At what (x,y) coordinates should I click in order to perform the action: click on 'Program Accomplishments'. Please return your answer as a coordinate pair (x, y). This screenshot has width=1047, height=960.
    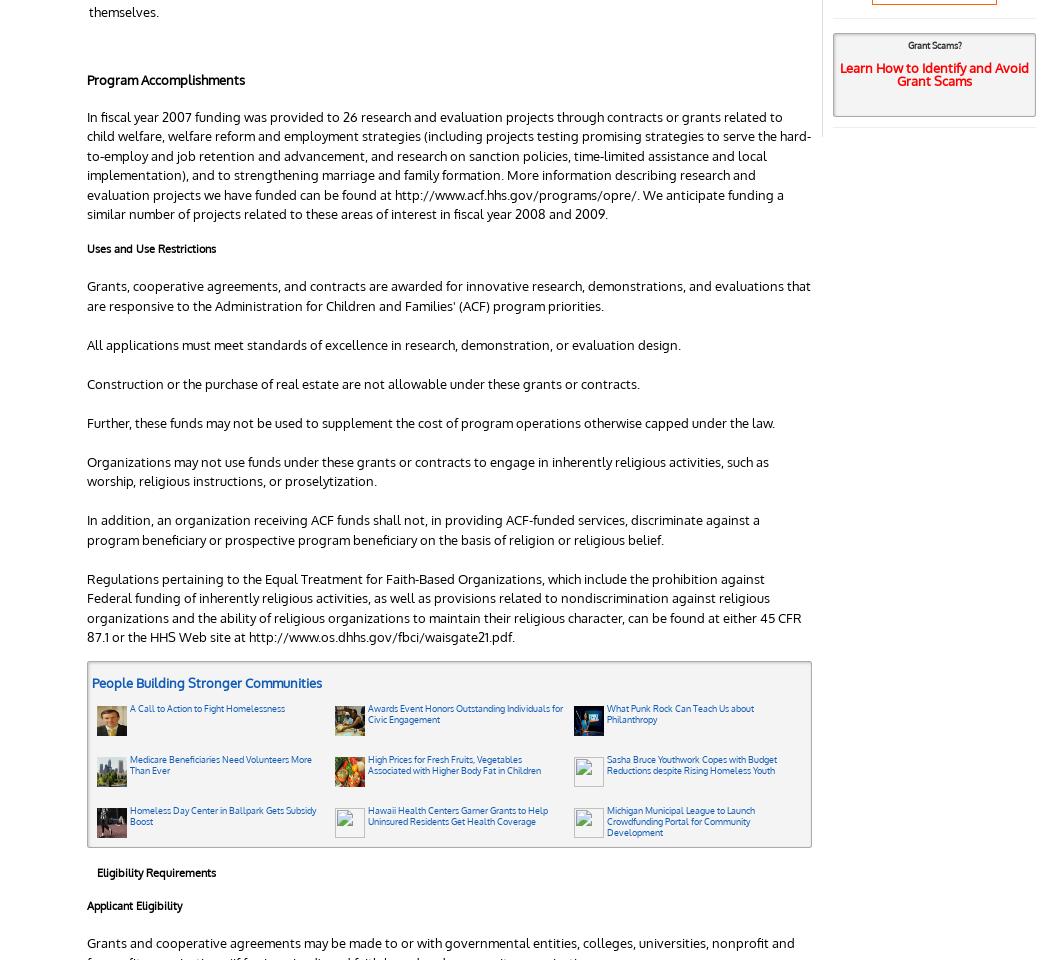
    Looking at the image, I should click on (165, 79).